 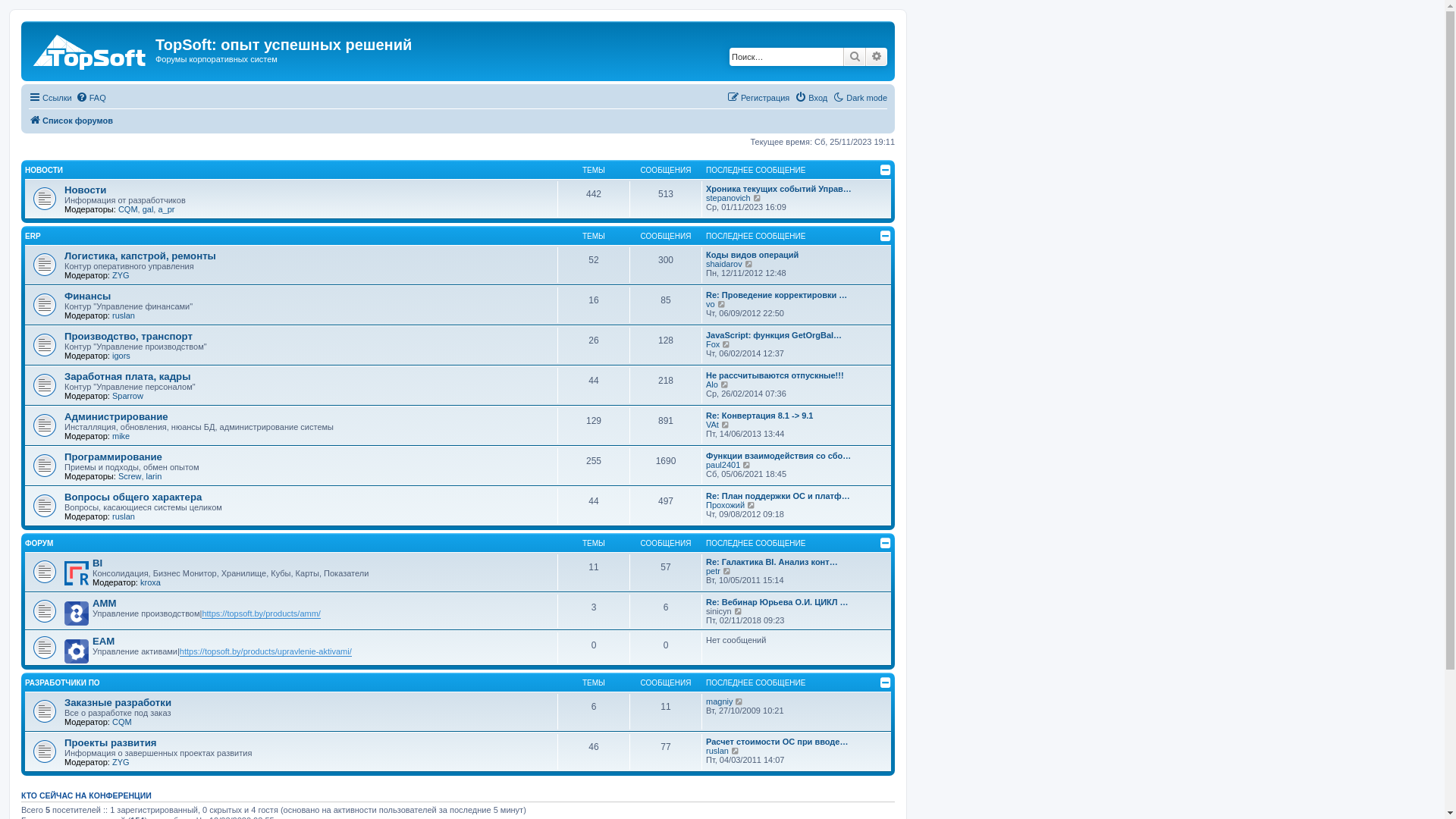 I want to click on 'FAQ', so click(x=90, y=97).